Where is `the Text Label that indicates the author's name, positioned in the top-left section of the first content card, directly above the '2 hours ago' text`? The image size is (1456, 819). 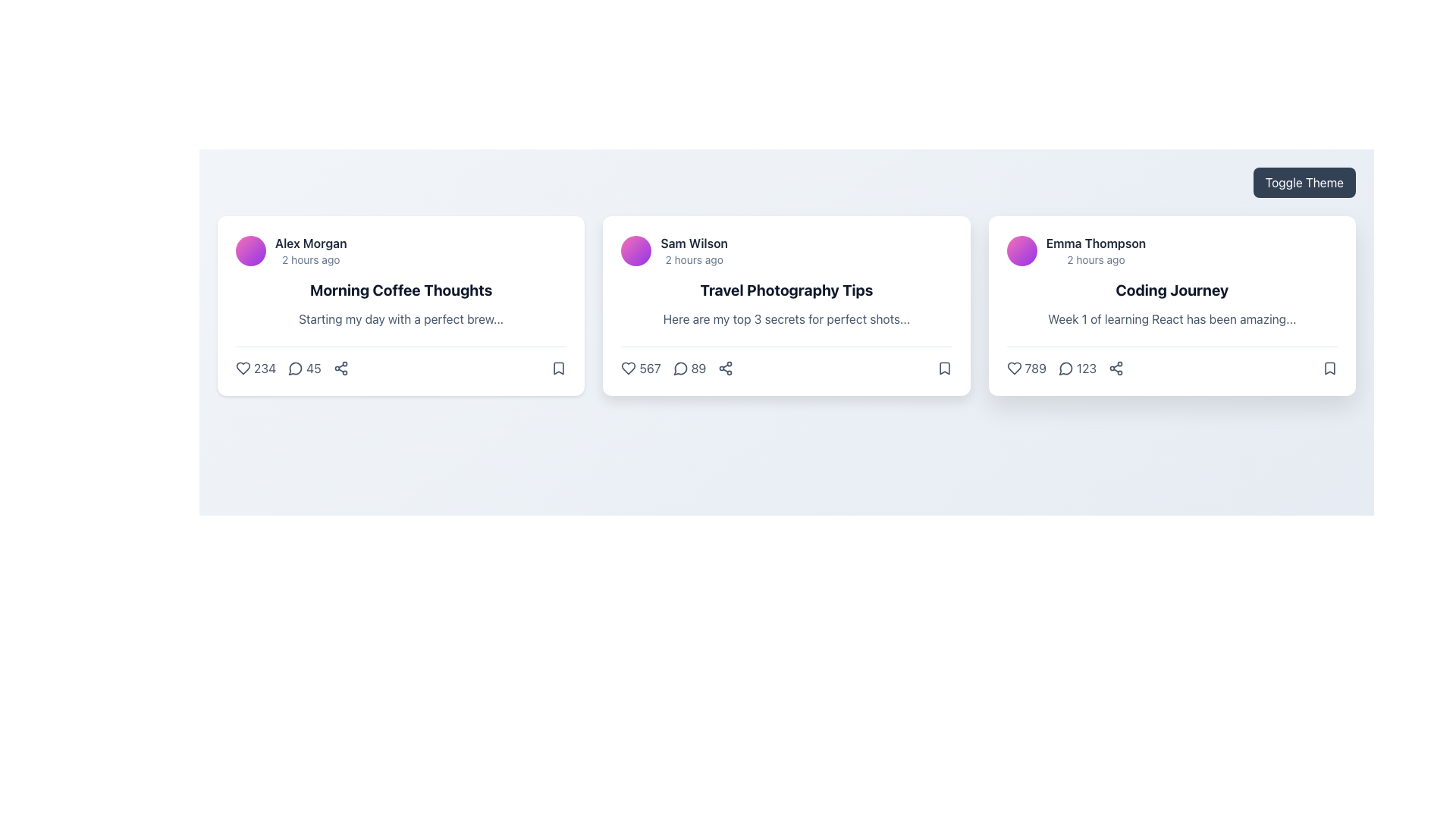 the Text Label that indicates the author's name, positioned in the top-left section of the first content card, directly above the '2 hours ago' text is located at coordinates (310, 242).